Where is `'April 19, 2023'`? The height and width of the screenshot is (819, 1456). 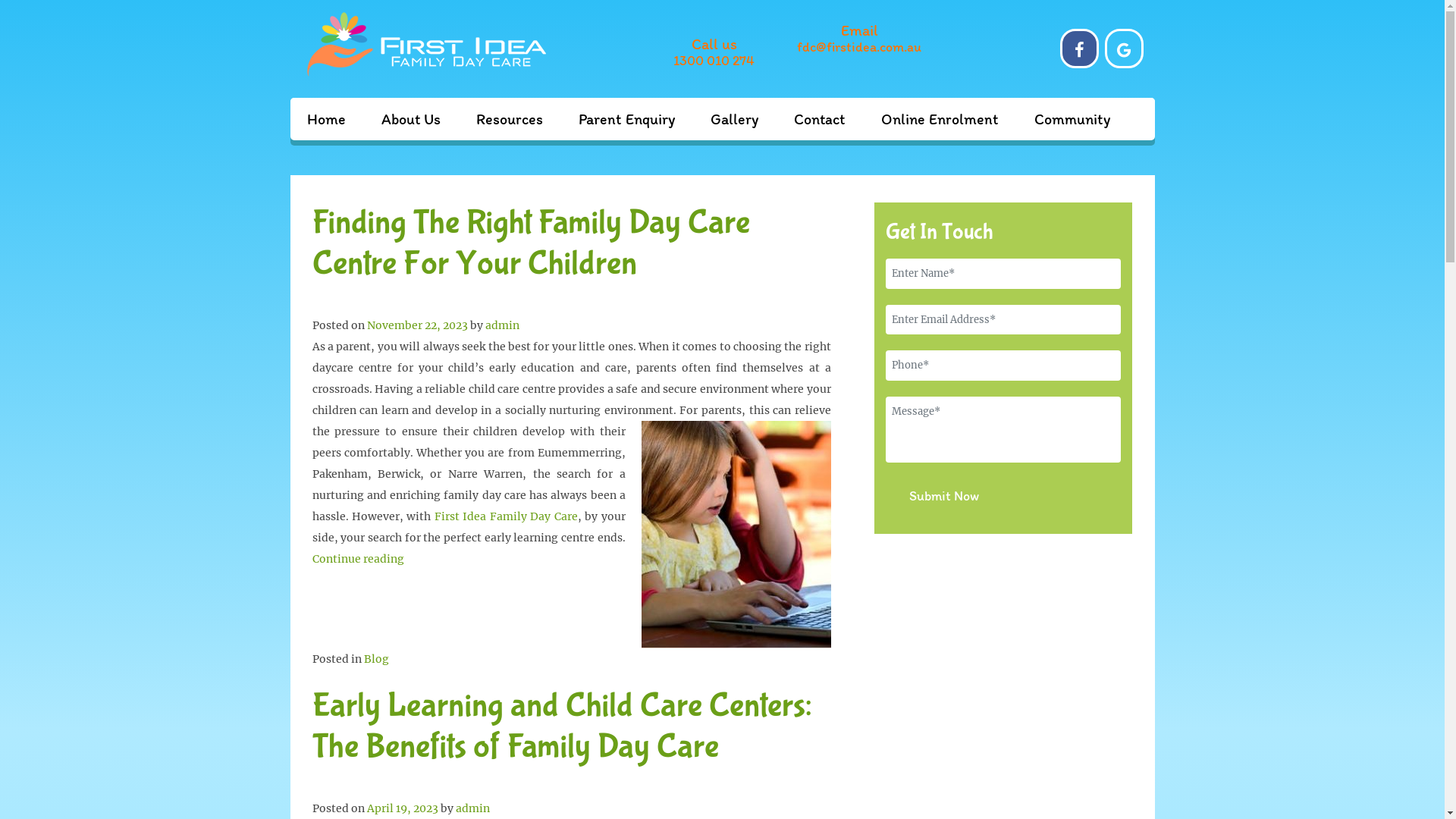 'April 19, 2023' is located at coordinates (403, 807).